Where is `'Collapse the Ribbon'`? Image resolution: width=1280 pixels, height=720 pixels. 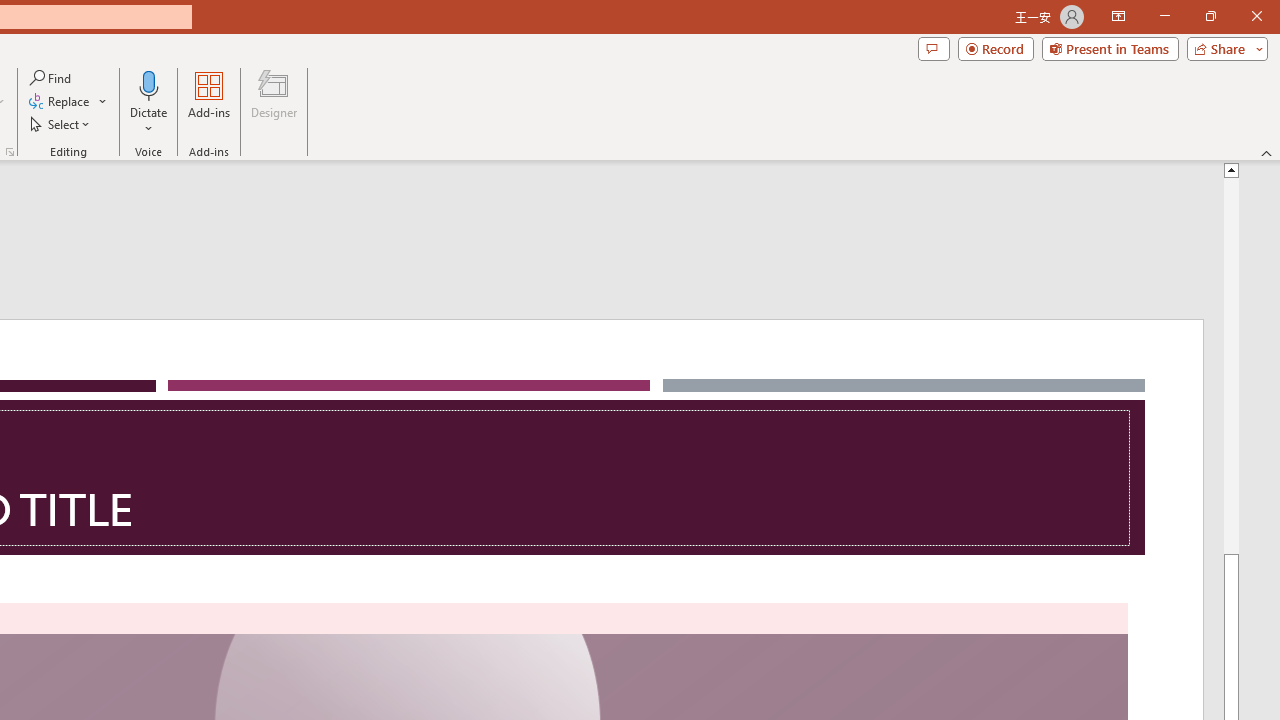
'Collapse the Ribbon' is located at coordinates (1266, 152).